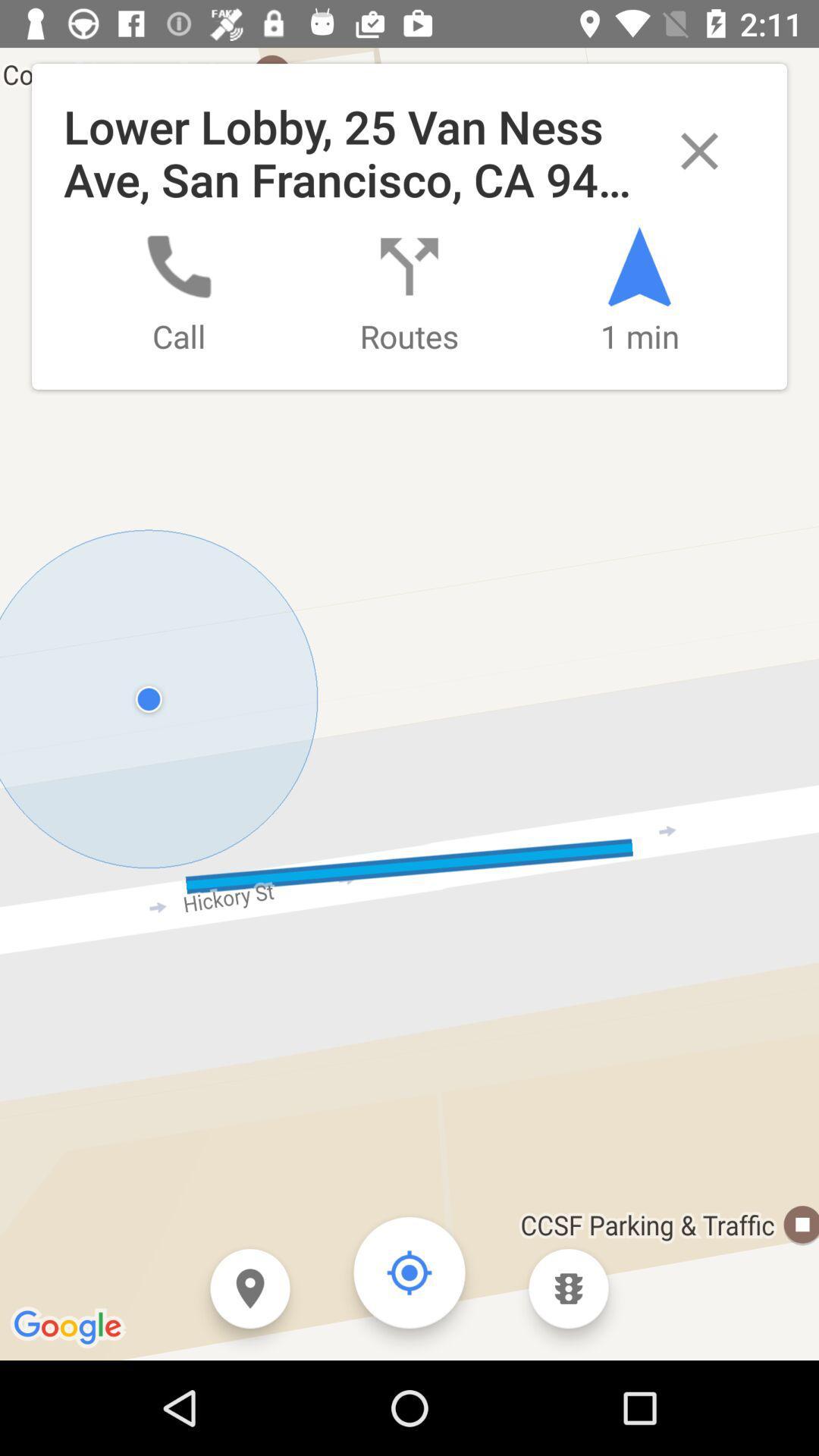 The width and height of the screenshot is (819, 1456). Describe the element at coordinates (409, 225) in the screenshot. I see `the text lower` at that location.